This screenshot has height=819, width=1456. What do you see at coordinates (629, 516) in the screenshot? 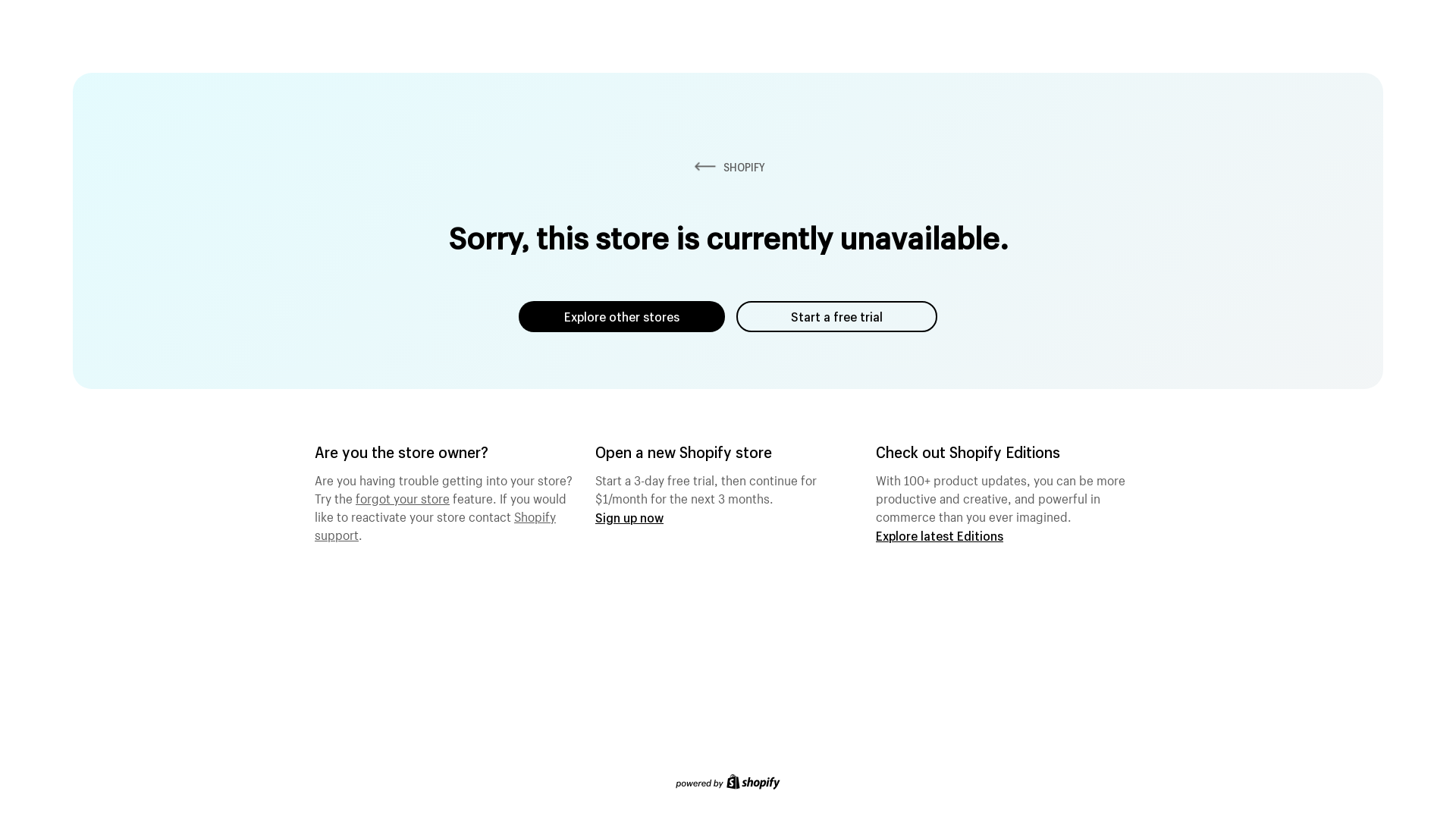
I see `'Sign up now'` at bounding box center [629, 516].